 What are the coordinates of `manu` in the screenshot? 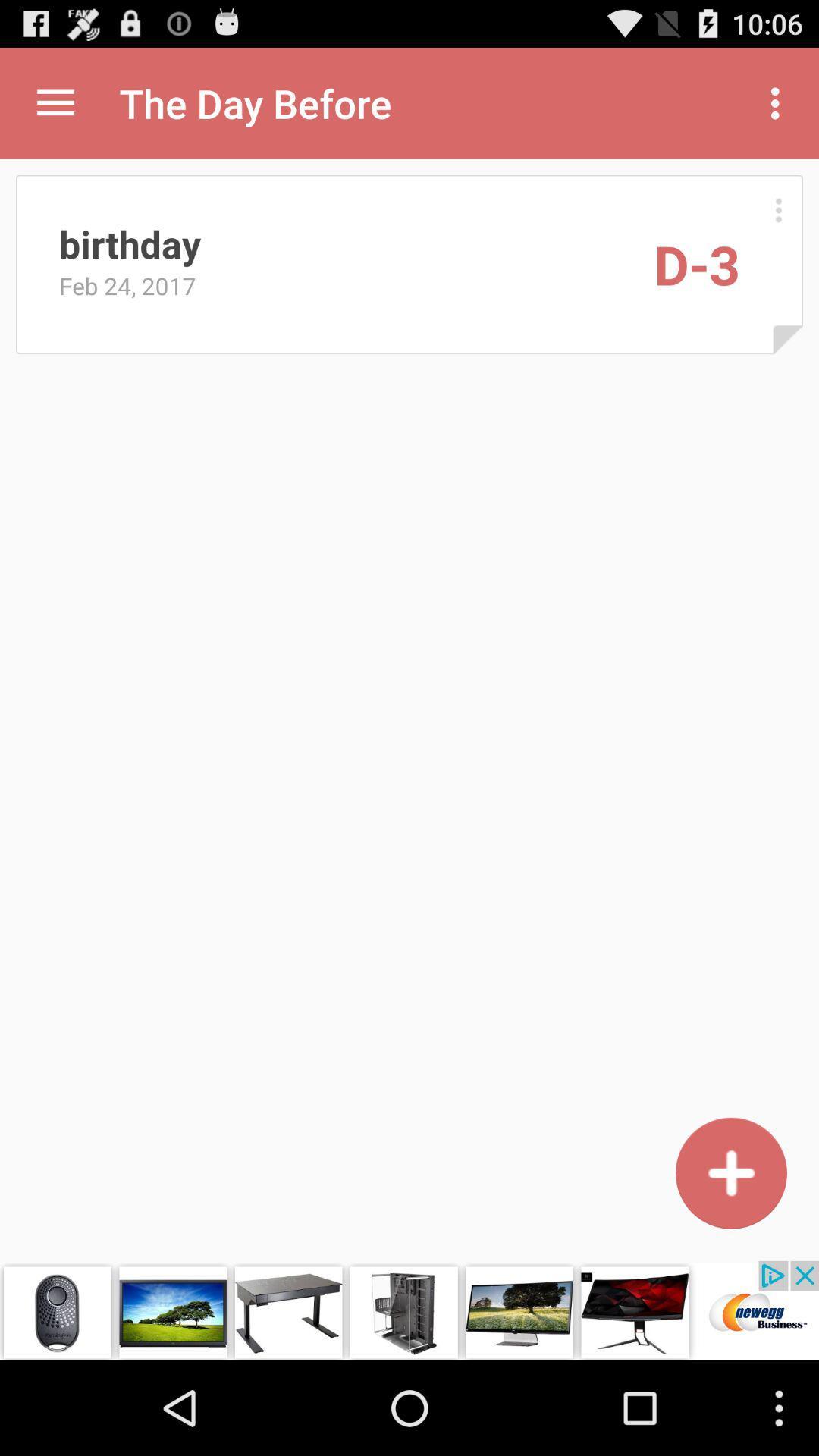 It's located at (778, 209).